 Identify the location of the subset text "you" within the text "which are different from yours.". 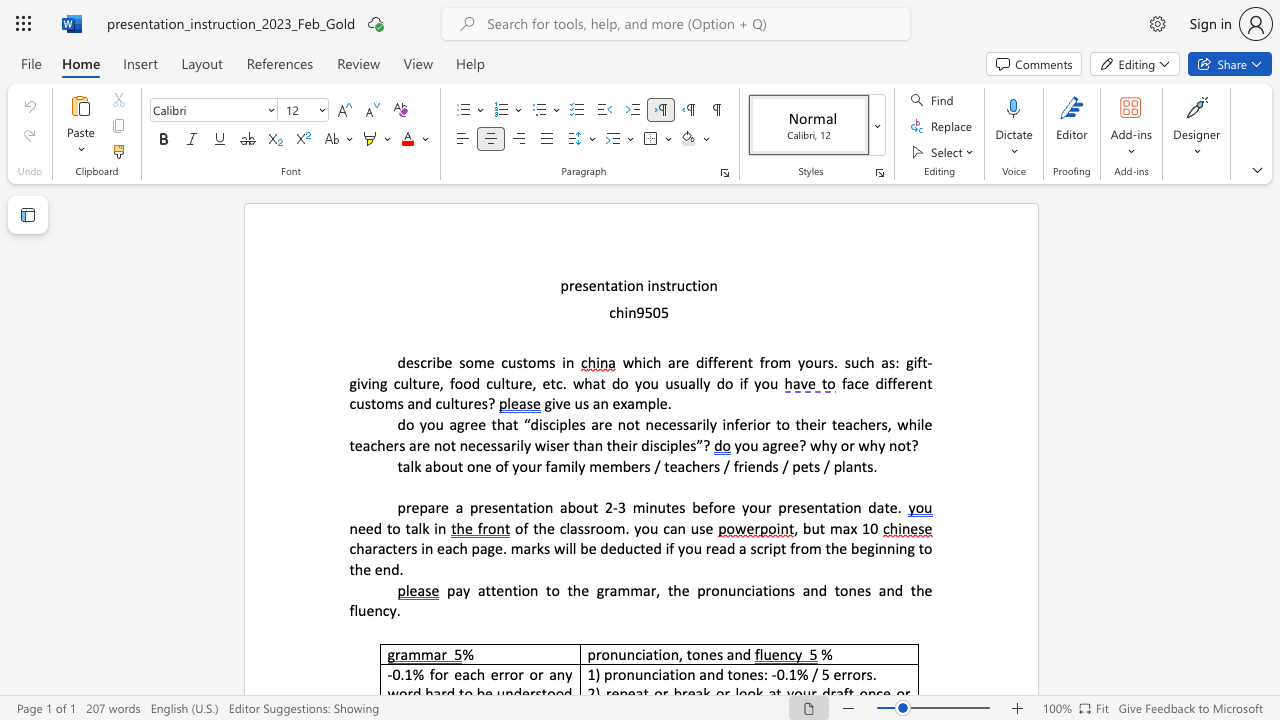
(797, 362).